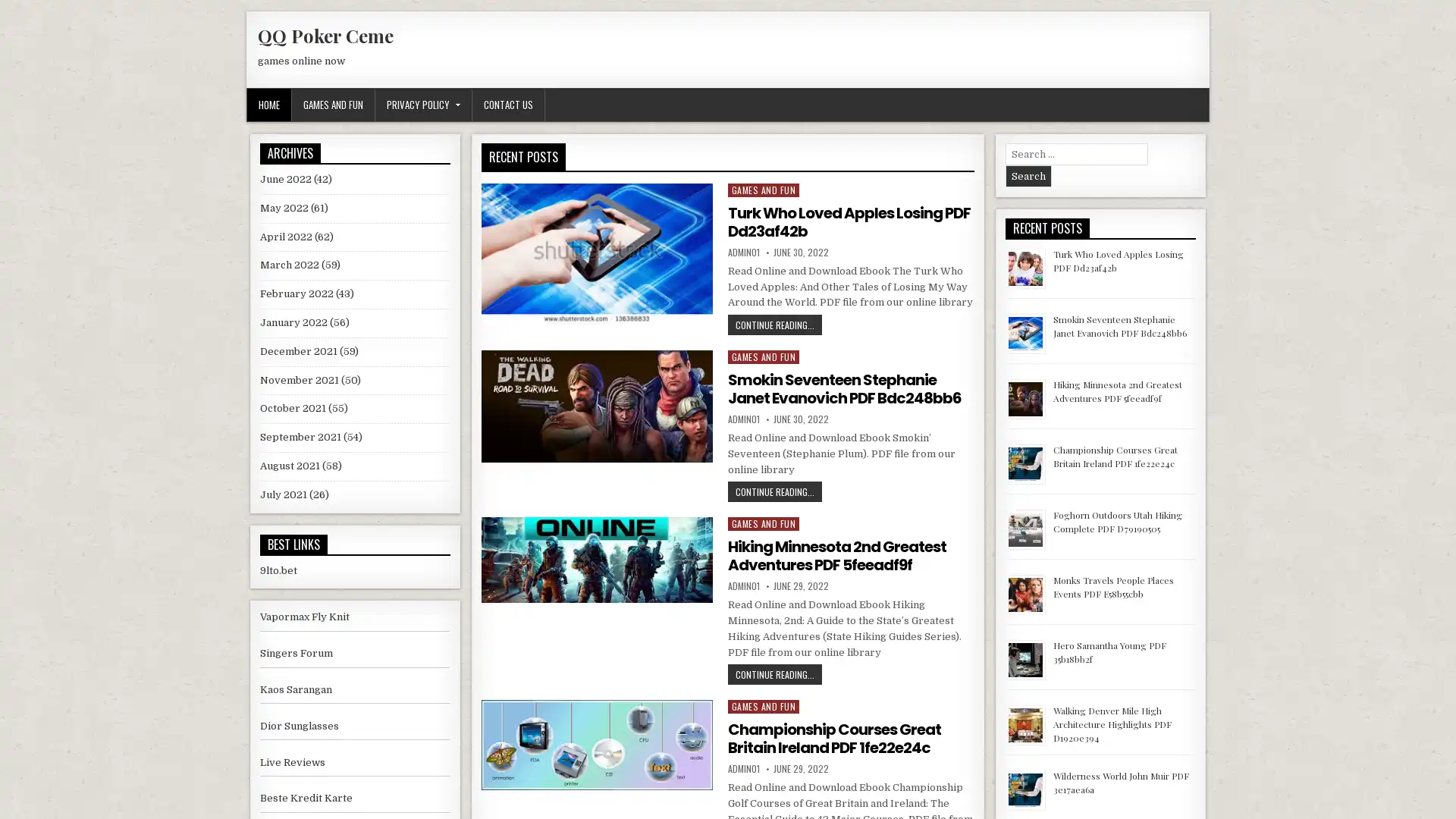 The image size is (1456, 819). What do you see at coordinates (1028, 175) in the screenshot?
I see `Search` at bounding box center [1028, 175].